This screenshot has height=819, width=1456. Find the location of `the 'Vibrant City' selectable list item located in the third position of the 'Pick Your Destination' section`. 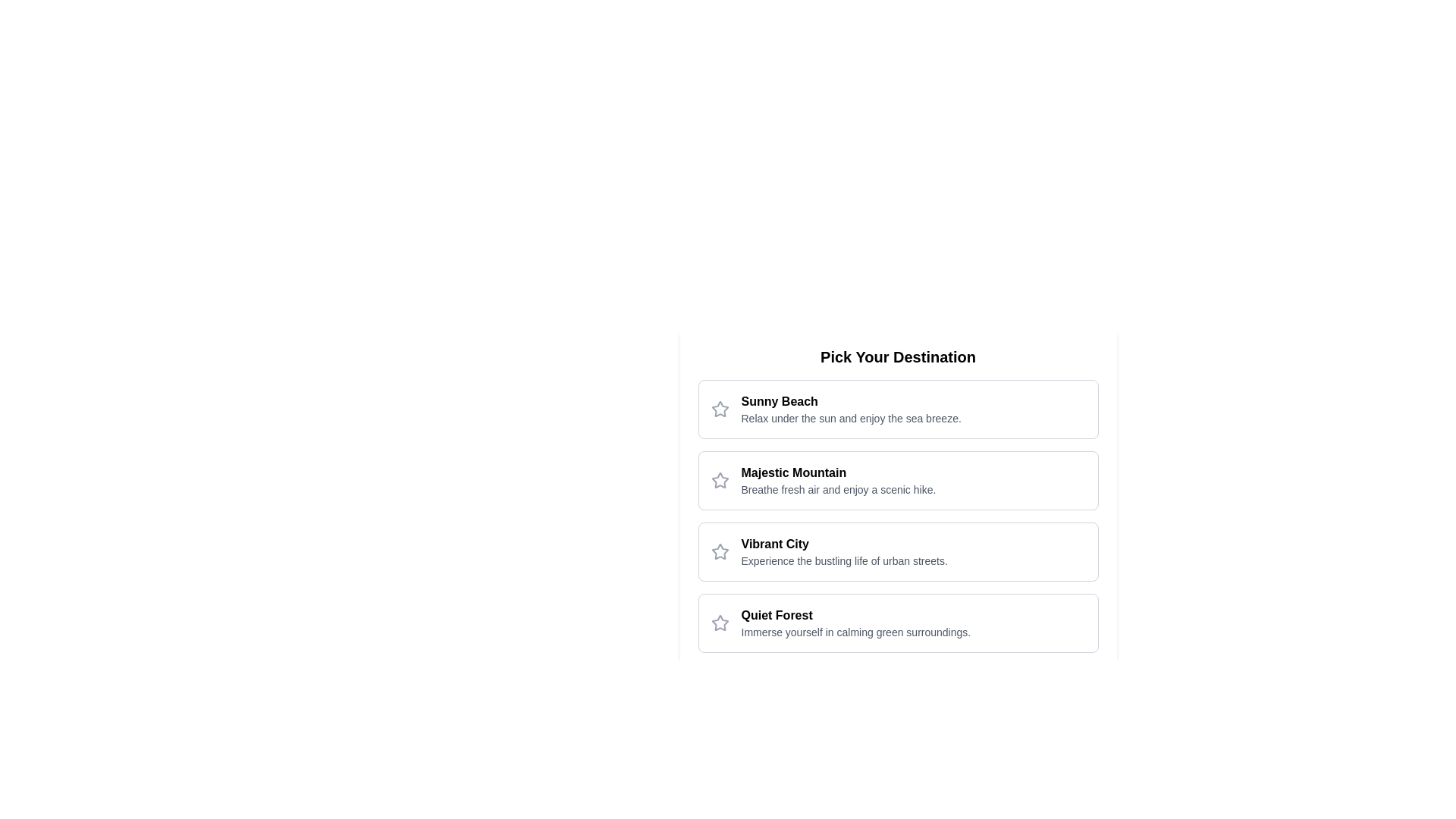

the 'Vibrant City' selectable list item located in the third position of the 'Pick Your Destination' section is located at coordinates (898, 552).